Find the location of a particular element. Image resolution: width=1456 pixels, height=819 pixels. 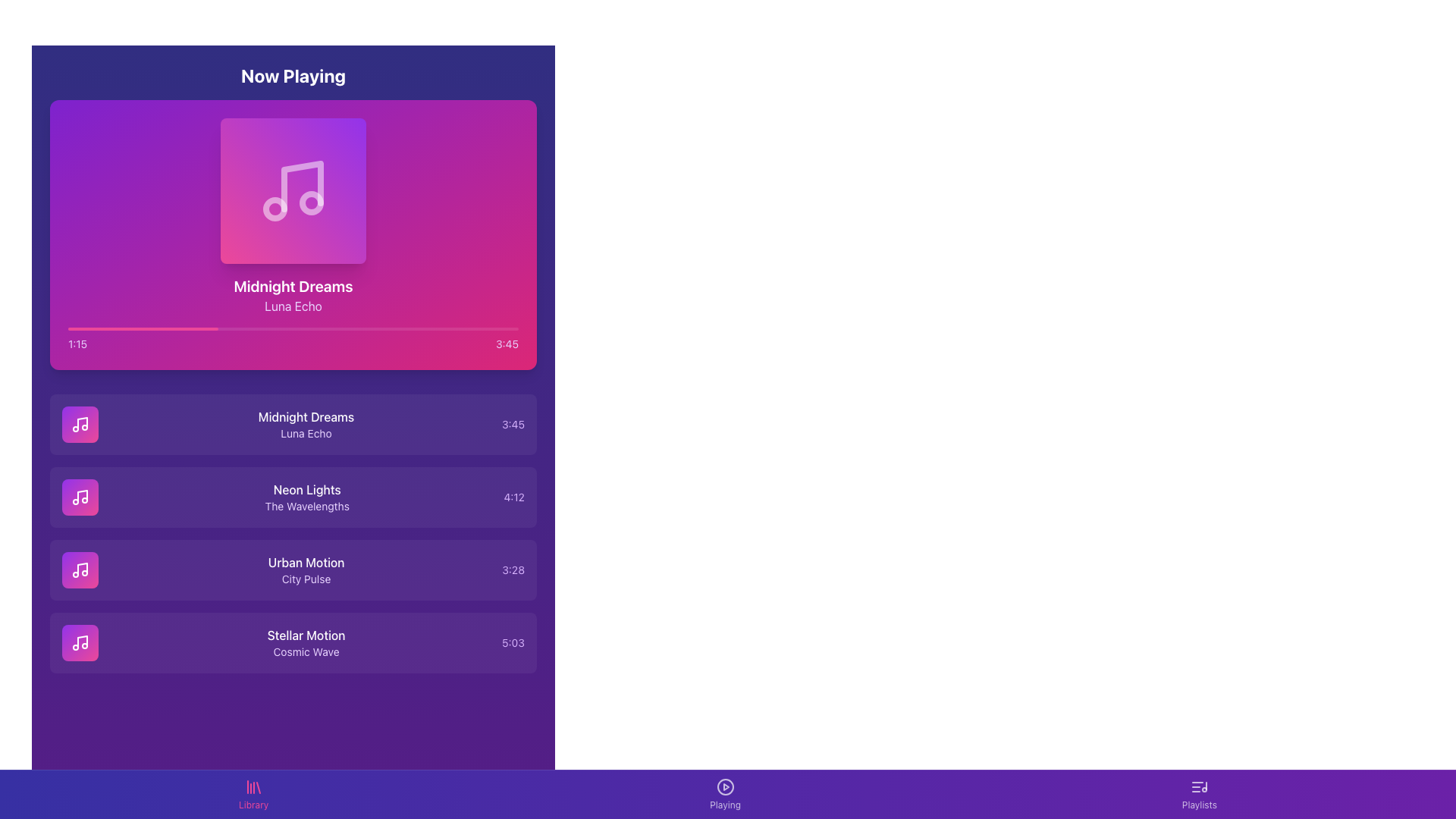

the third list item with the bold white text 'Urban Motion' and the subtitle 'City Pulse' is located at coordinates (293, 570).